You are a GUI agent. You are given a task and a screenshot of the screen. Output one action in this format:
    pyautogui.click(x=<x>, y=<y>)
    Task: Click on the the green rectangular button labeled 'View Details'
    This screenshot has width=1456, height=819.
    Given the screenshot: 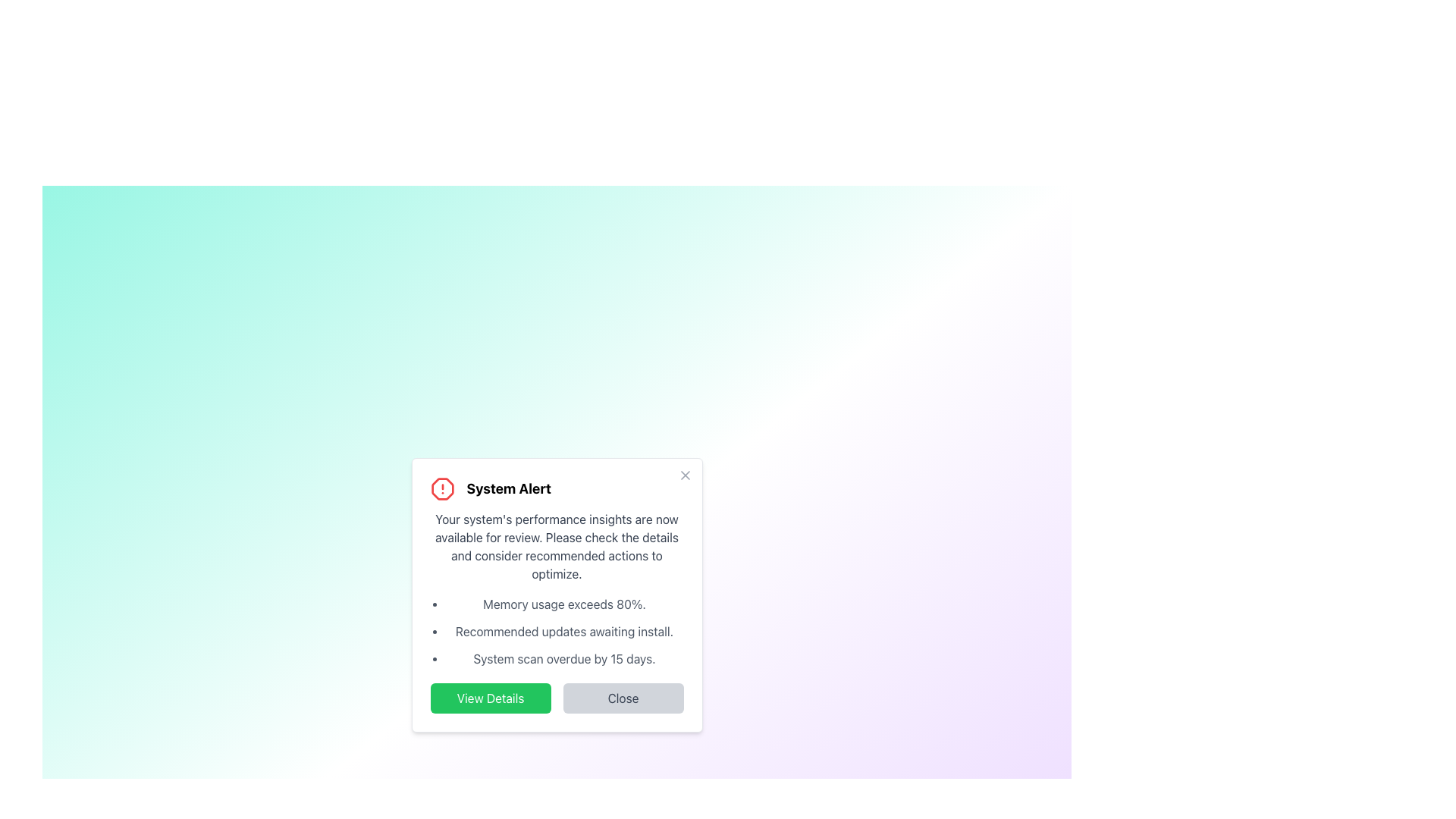 What is the action you would take?
    pyautogui.click(x=491, y=698)
    